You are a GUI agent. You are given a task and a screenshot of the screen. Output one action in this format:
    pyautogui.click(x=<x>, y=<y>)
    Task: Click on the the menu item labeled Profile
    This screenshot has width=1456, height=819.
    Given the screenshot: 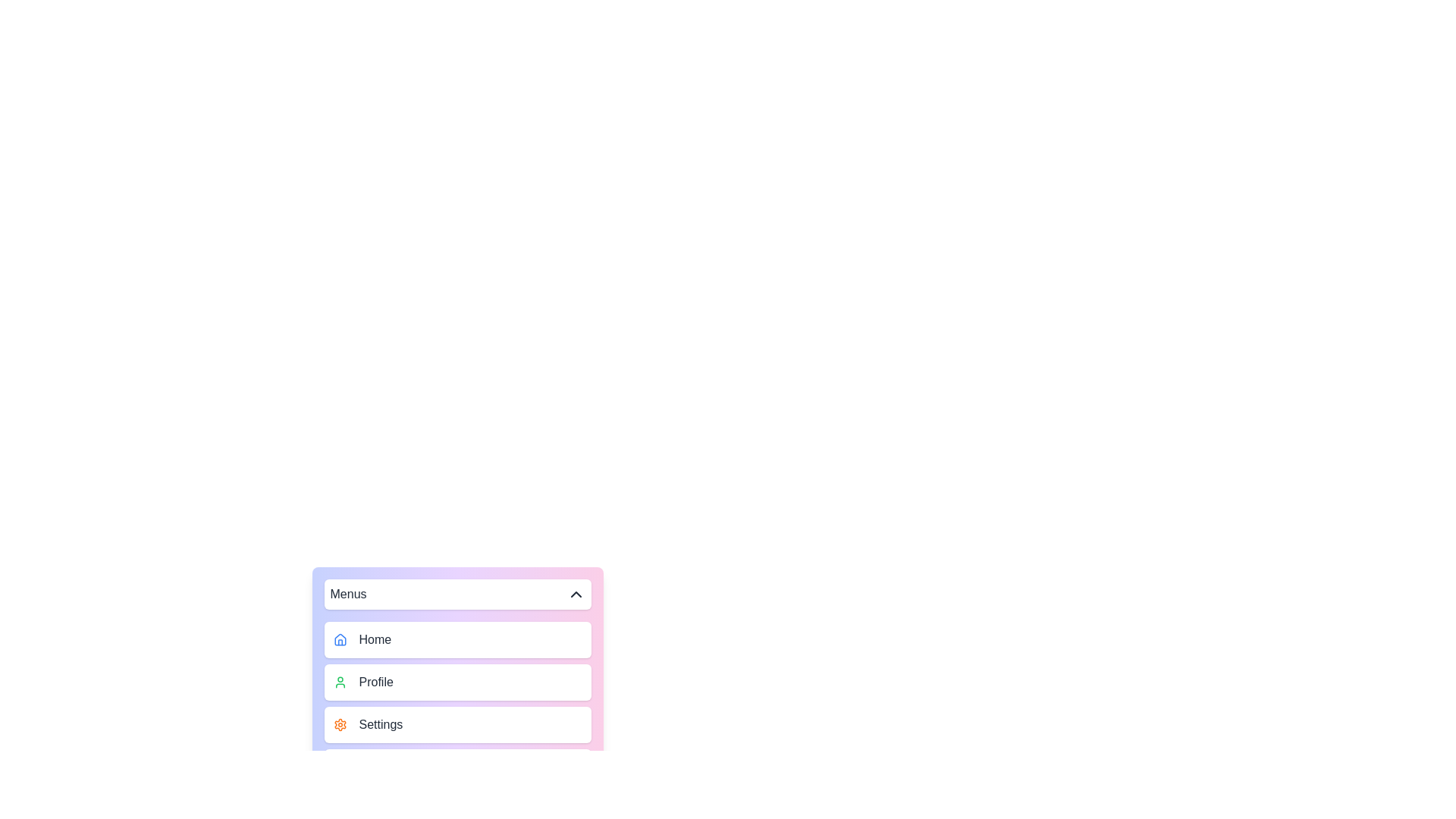 What is the action you would take?
    pyautogui.click(x=457, y=681)
    